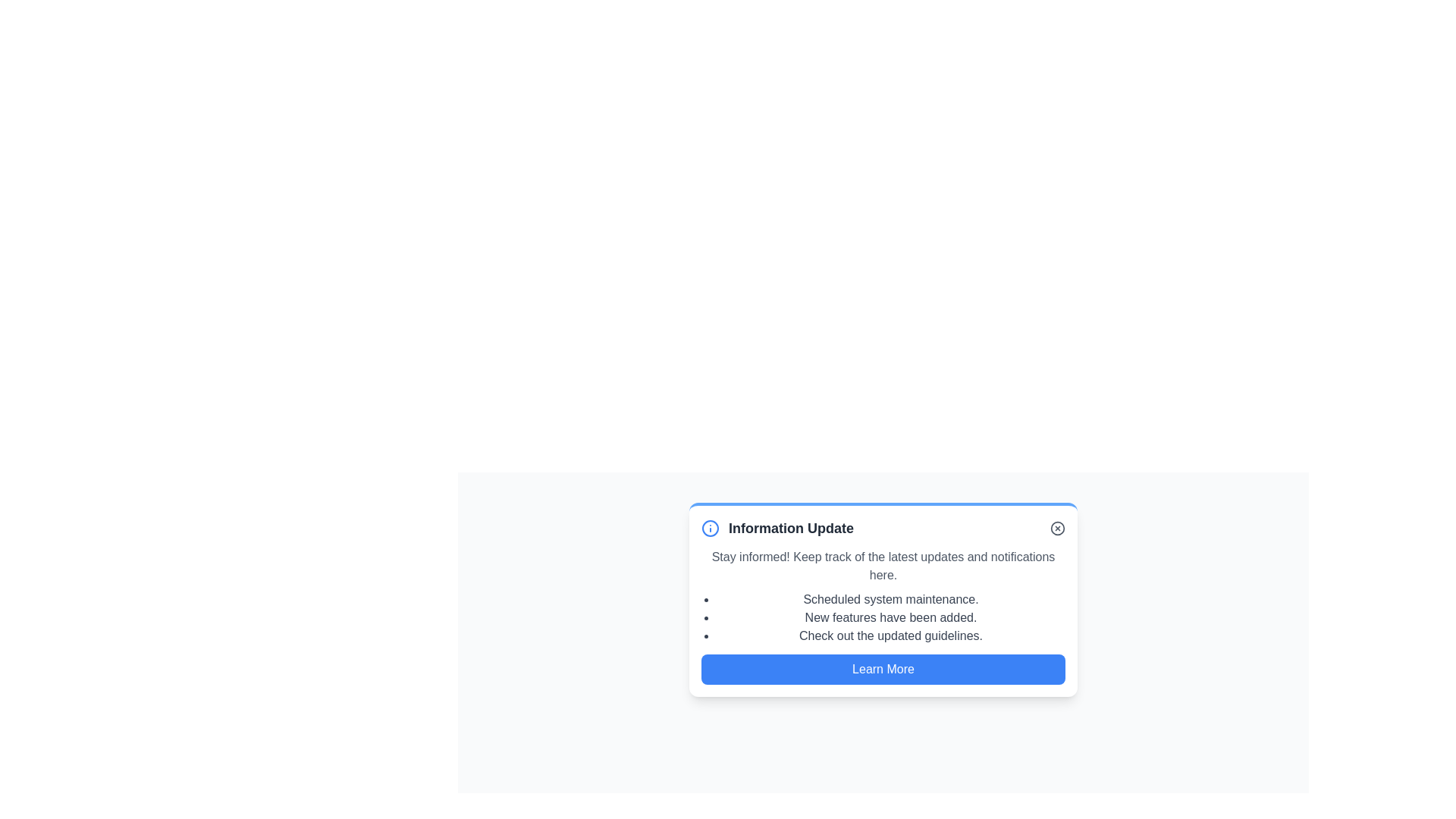  What do you see at coordinates (1057, 528) in the screenshot?
I see `the close button in the top-right corner of the alert to dismiss it` at bounding box center [1057, 528].